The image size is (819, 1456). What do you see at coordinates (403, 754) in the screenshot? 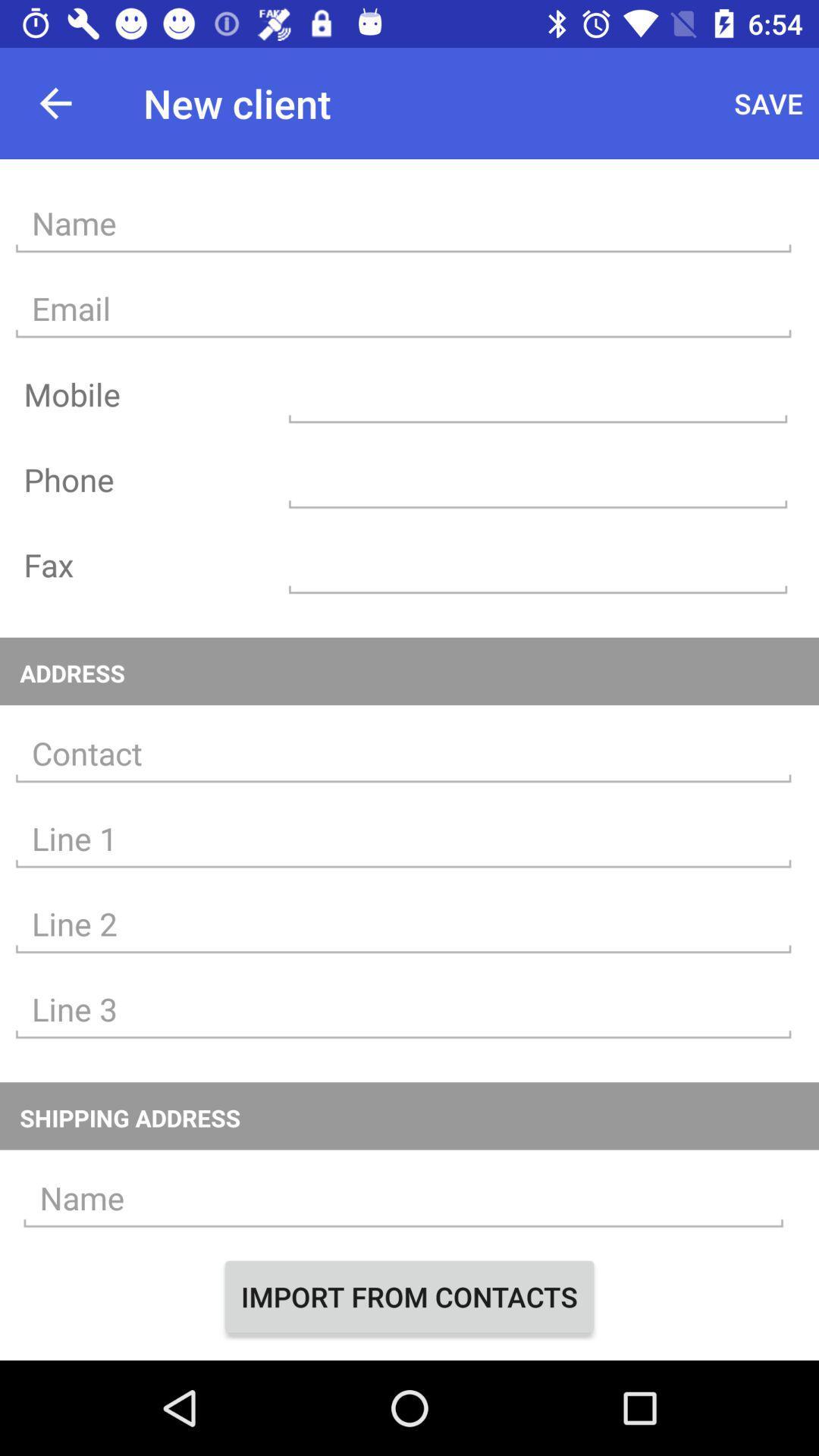
I see `get in touch` at bounding box center [403, 754].